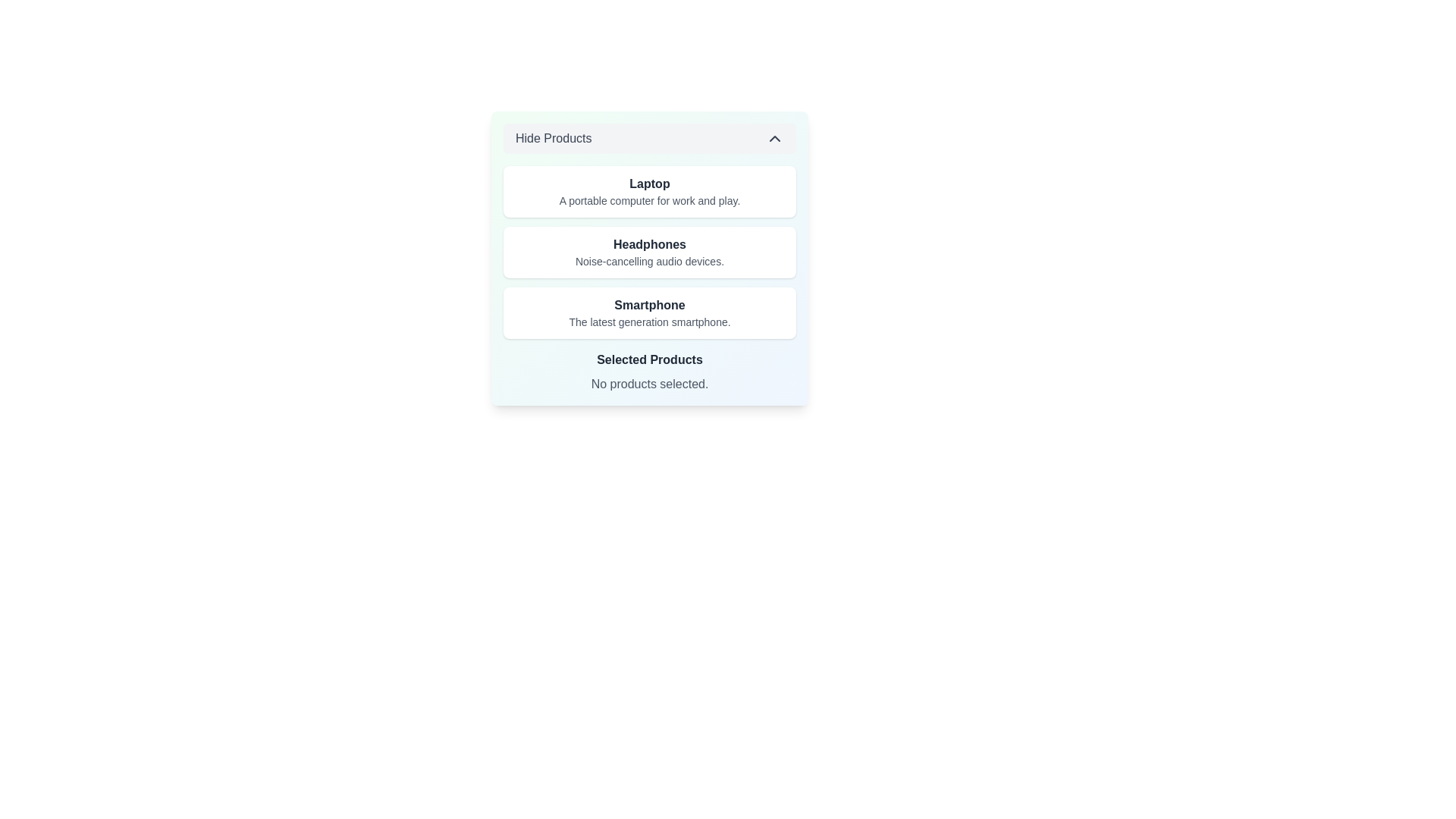 This screenshot has width=1456, height=819. Describe the element at coordinates (650, 244) in the screenshot. I see `bold text label 'Headphones' that is styled in medium font size and dark gray color, positioned above the description 'Noise-cancelling audio devices.'` at that location.